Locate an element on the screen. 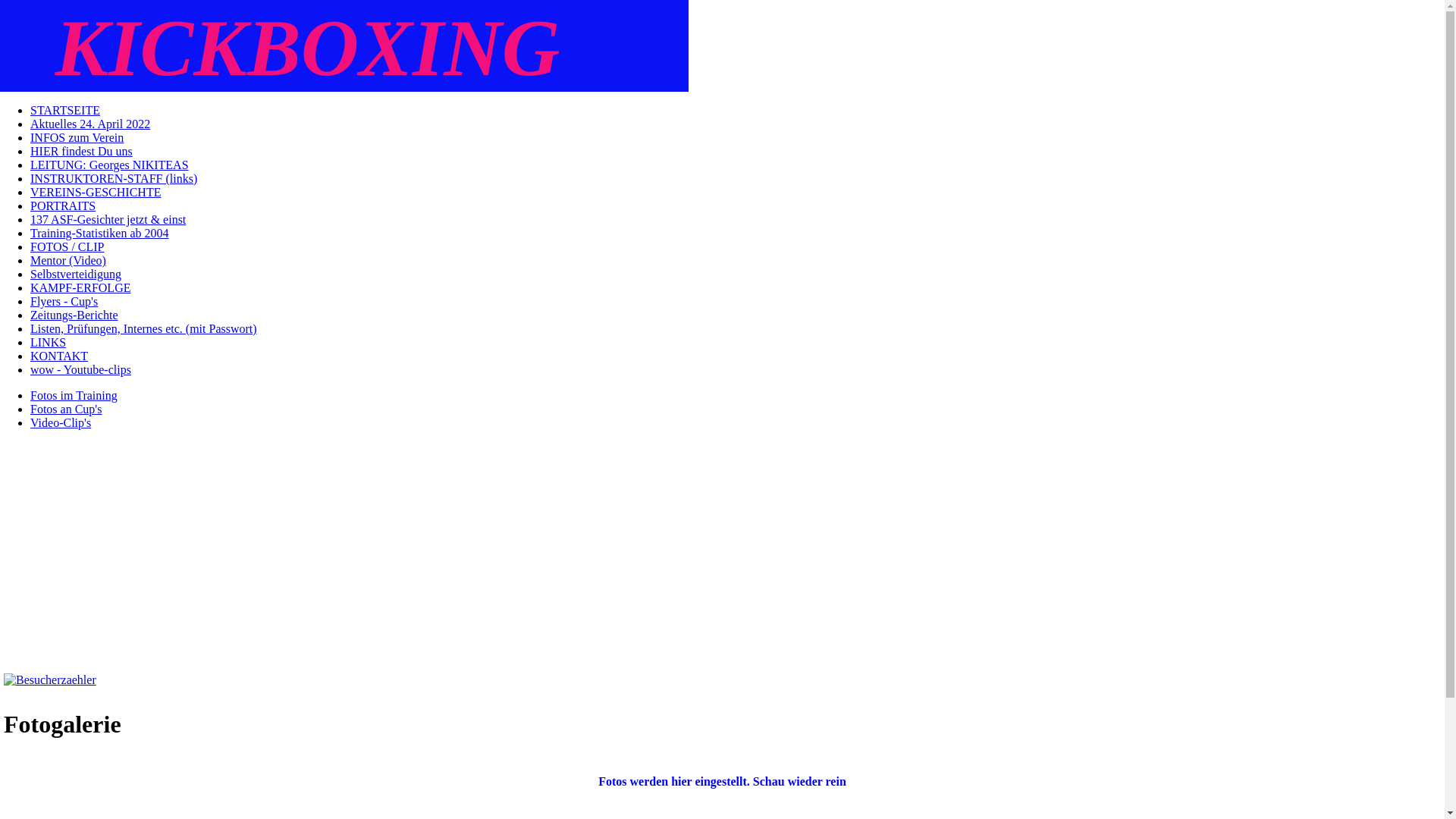  'wow - Youtube-clips' is located at coordinates (30, 369).